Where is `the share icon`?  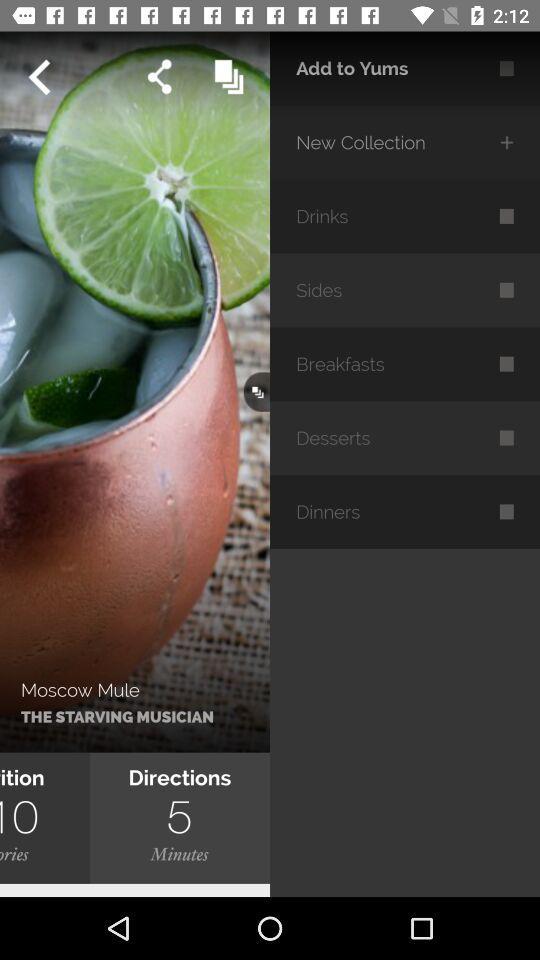
the share icon is located at coordinates (158, 77).